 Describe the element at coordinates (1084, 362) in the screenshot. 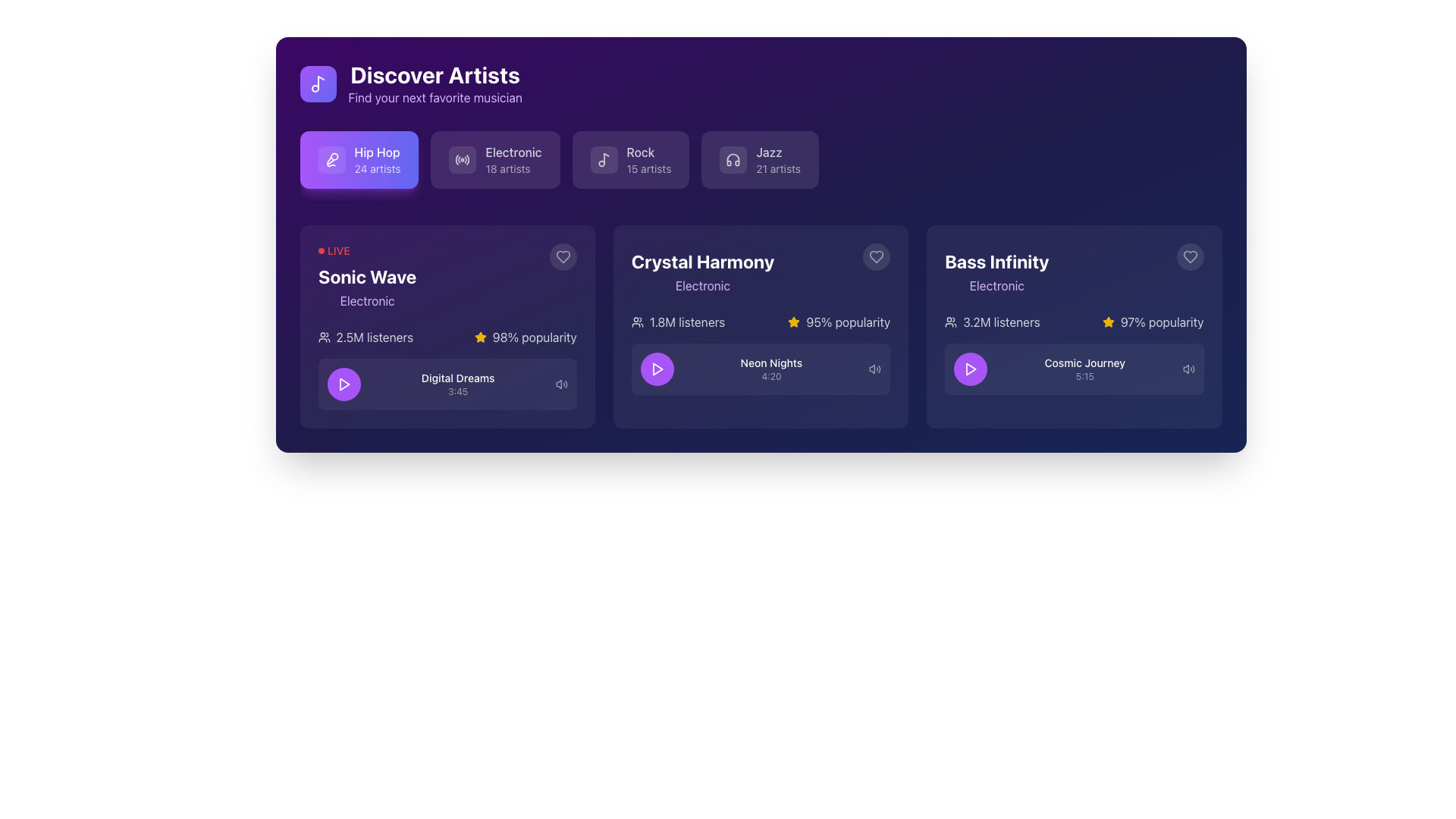

I see `the song title label located in the 'Bass Infinity' section, which is positioned near the center of the card under the play button` at that location.